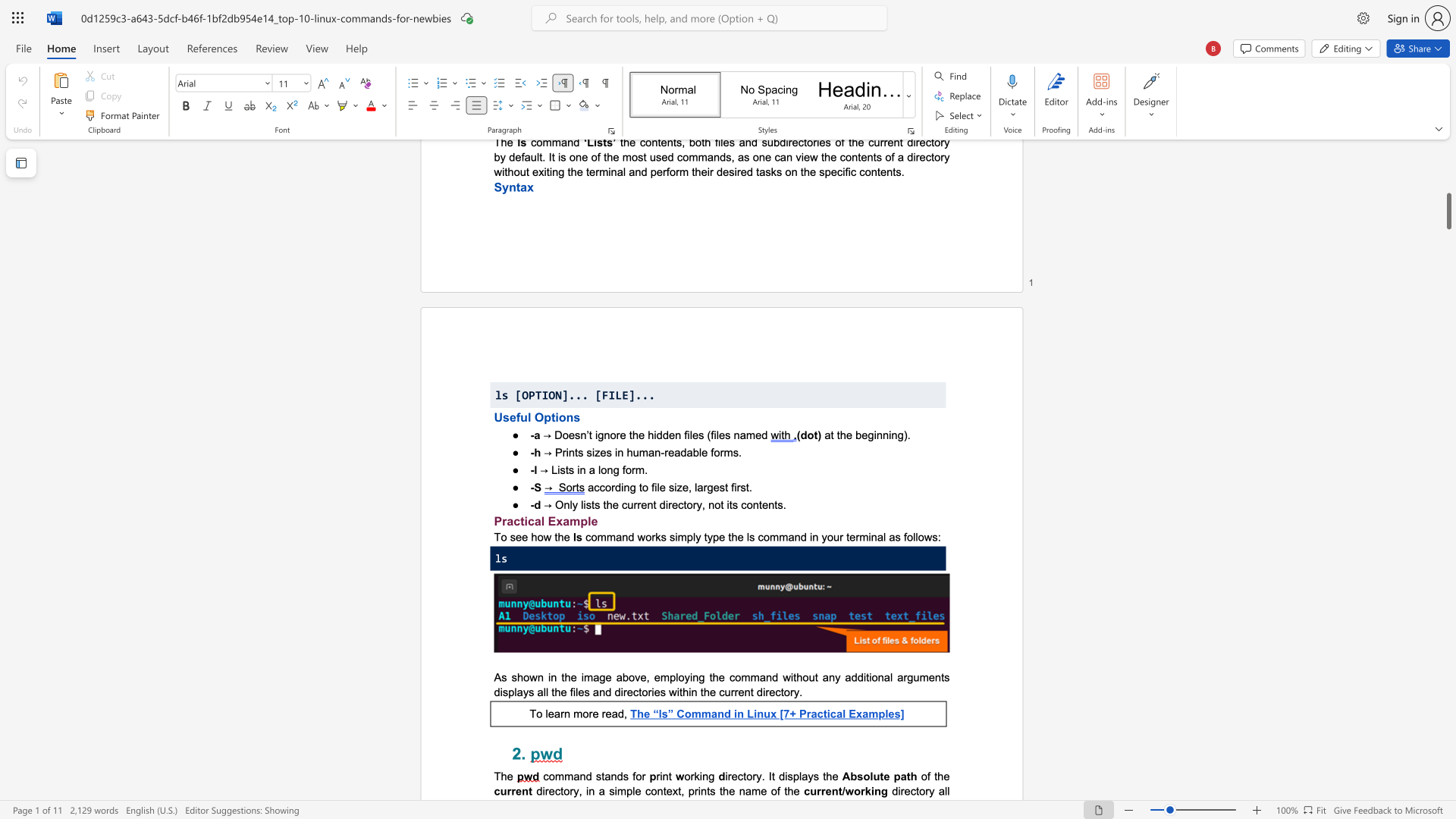 The width and height of the screenshot is (1456, 819). I want to click on the subset text "es" within the text "The “ls” Command in Linux [7+ Practical Examples]", so click(888, 714).